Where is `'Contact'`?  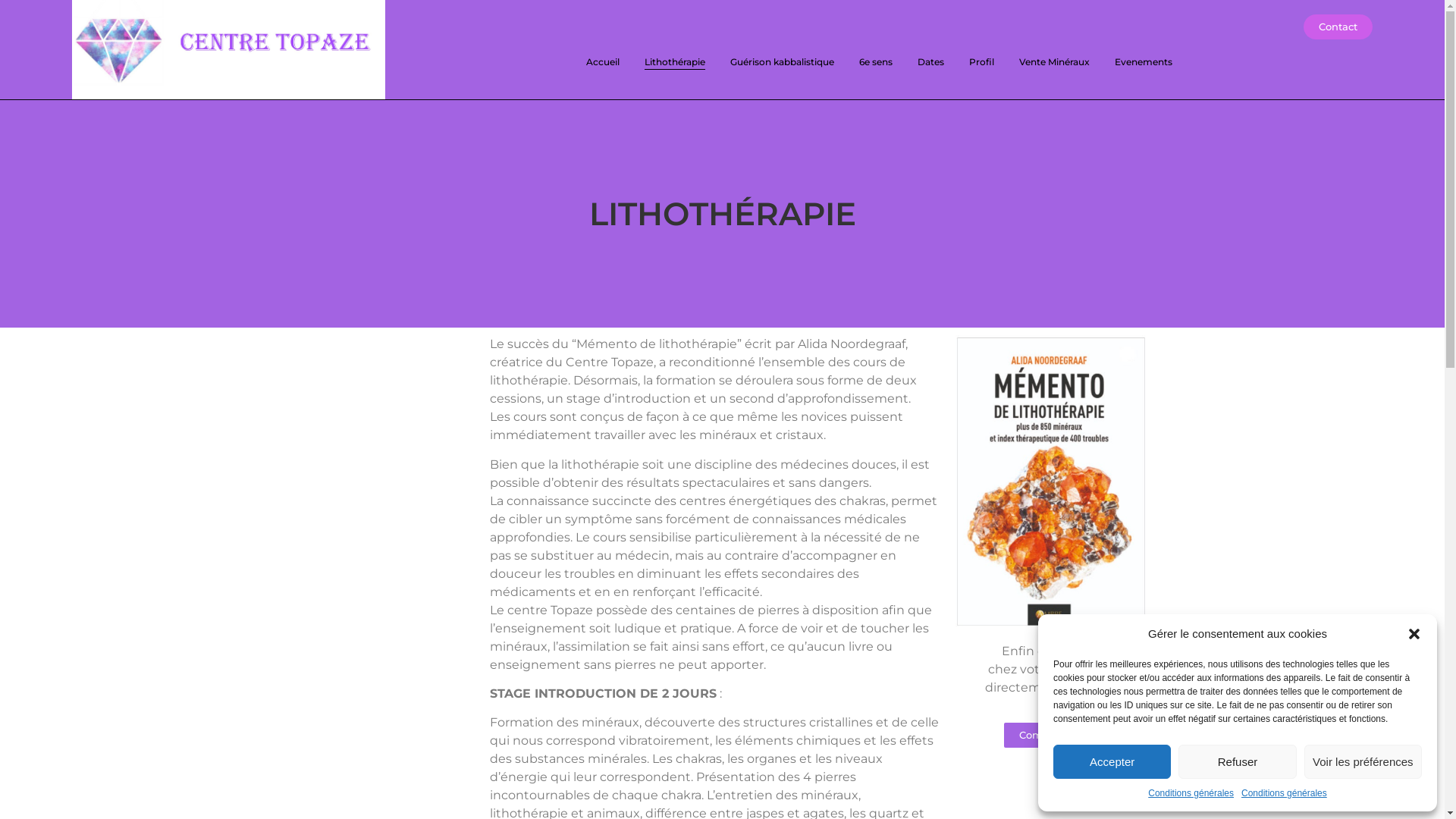 'Contact' is located at coordinates (1338, 27).